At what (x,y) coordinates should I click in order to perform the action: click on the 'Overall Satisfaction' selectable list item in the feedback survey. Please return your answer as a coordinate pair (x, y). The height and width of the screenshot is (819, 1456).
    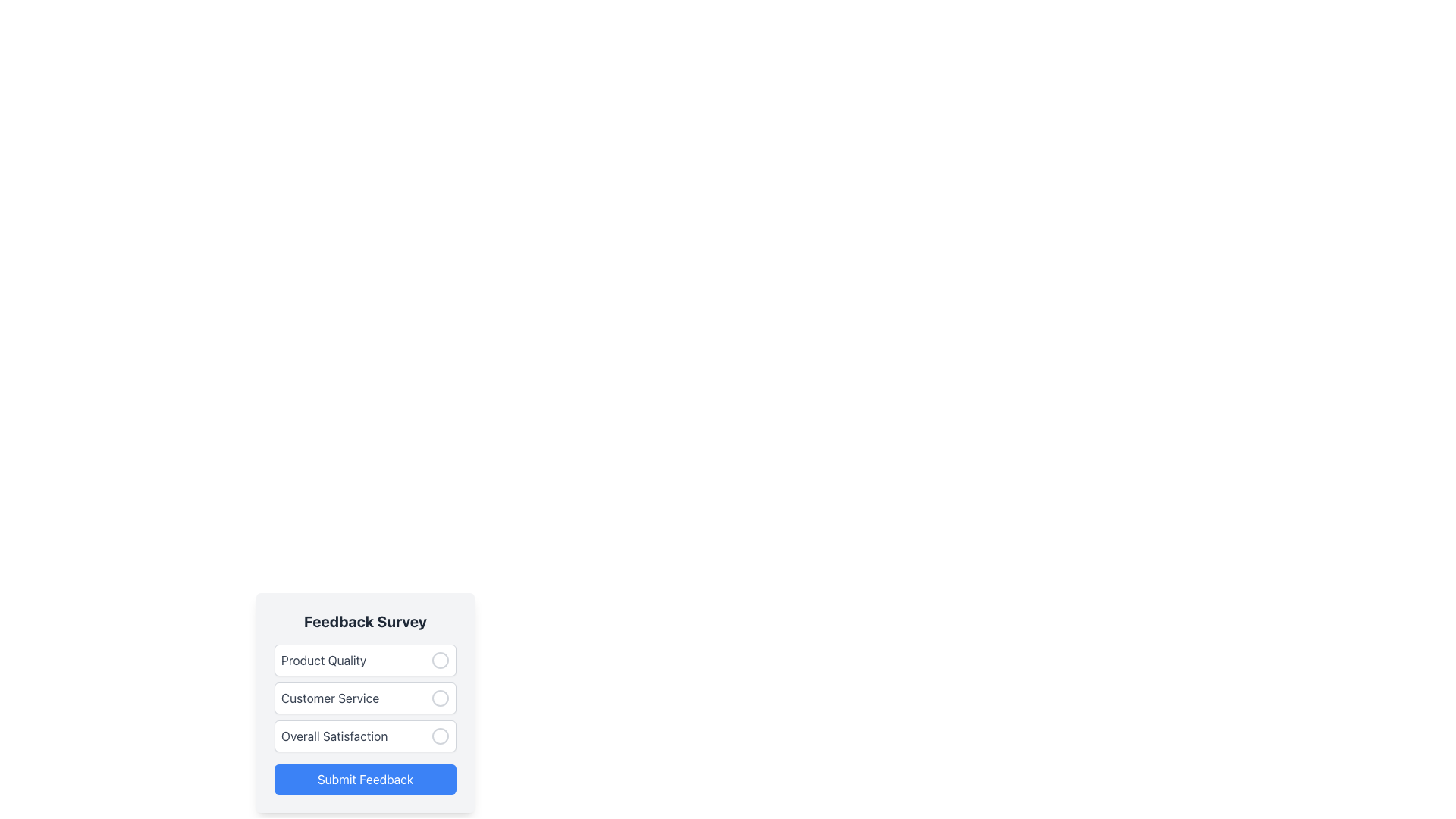
    Looking at the image, I should click on (365, 736).